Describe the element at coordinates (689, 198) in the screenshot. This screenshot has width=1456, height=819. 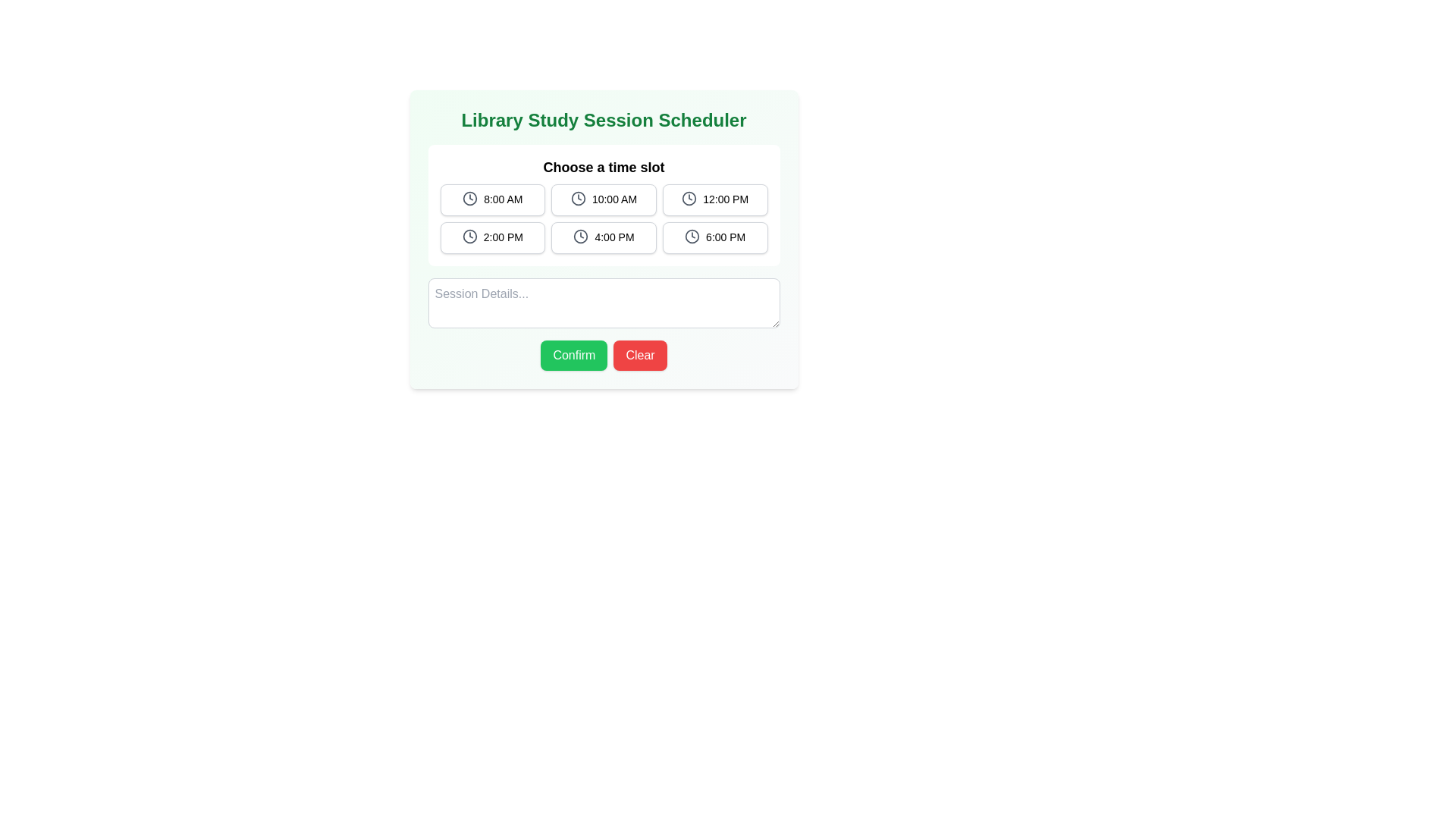
I see `the circular stroke of the clock icon` at that location.